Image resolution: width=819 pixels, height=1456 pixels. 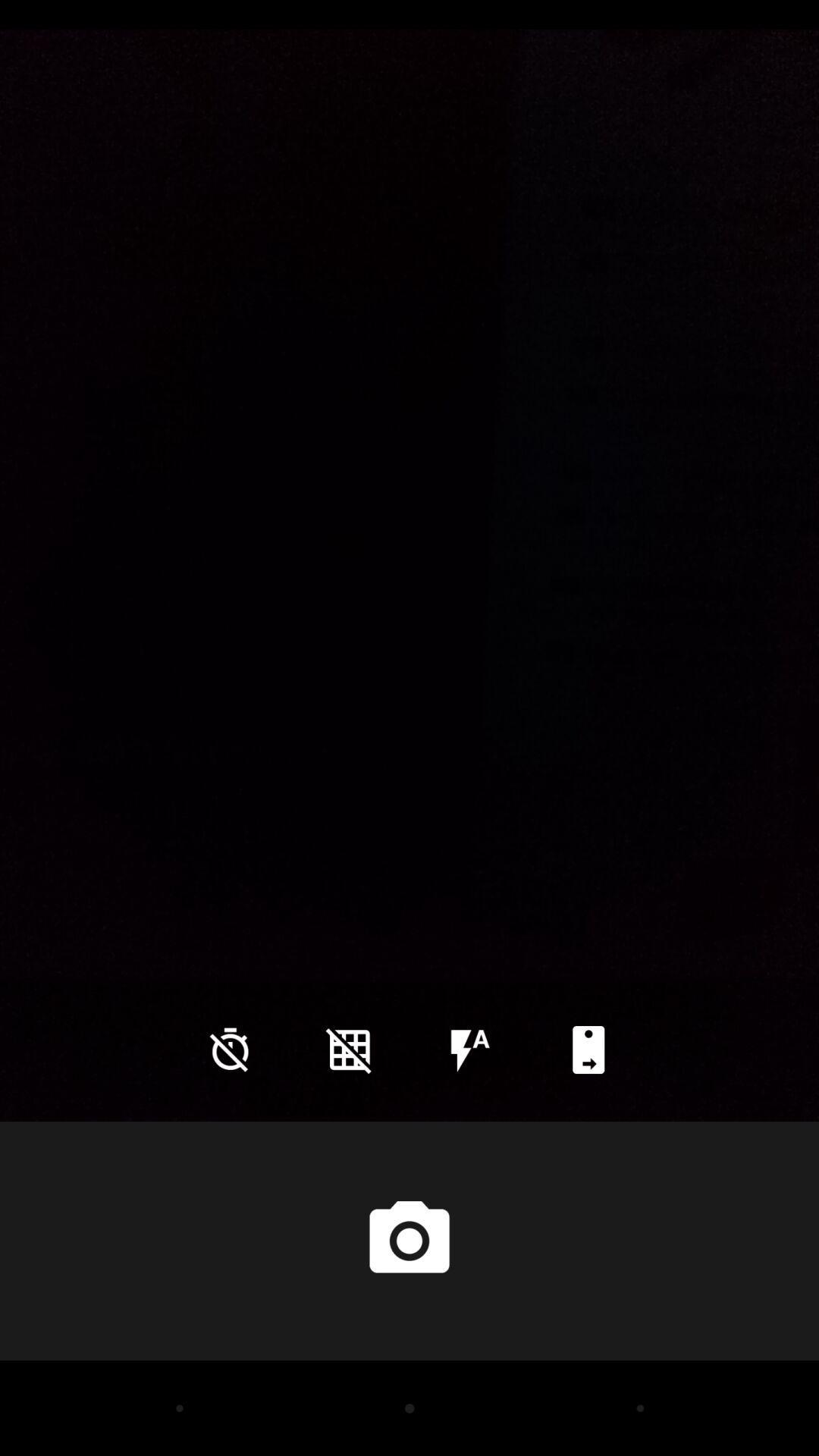 What do you see at coordinates (230, 1049) in the screenshot?
I see `the time icon` at bounding box center [230, 1049].